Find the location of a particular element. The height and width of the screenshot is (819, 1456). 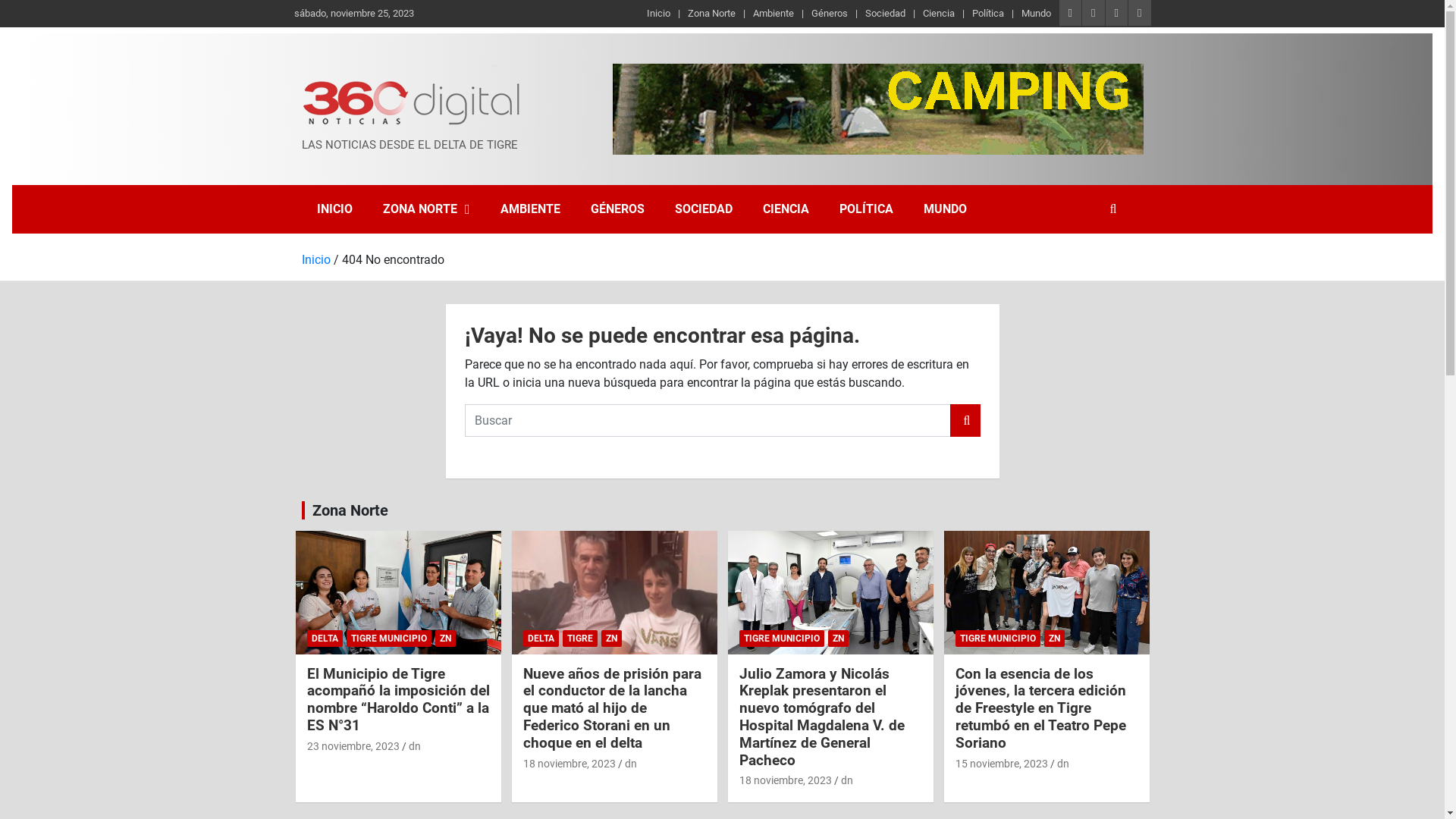

'DELTA' is located at coordinates (323, 638).